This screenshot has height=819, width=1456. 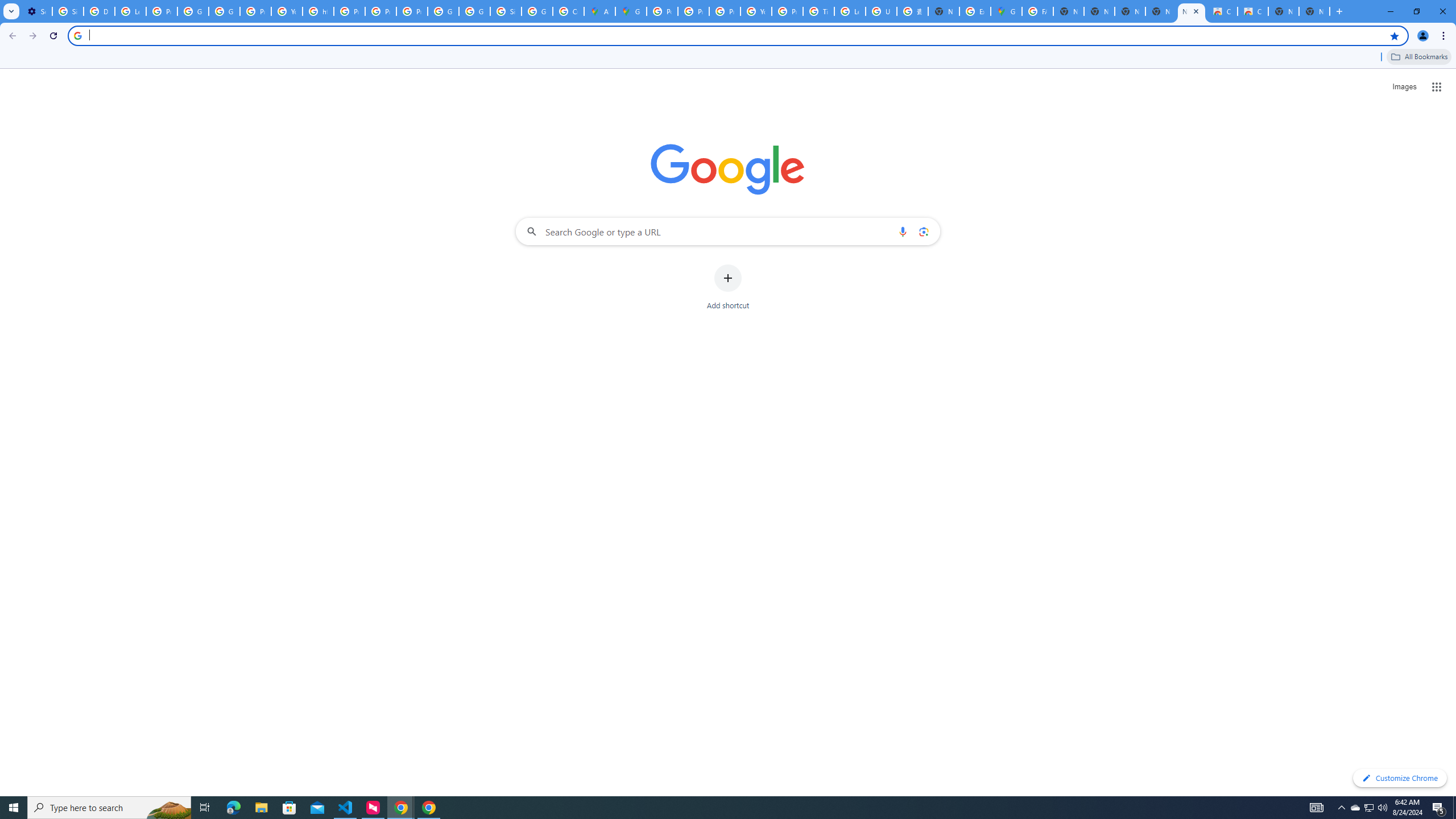 I want to click on 'Policy Accountability and Transparency - Transparency Center', so click(x=661, y=11).